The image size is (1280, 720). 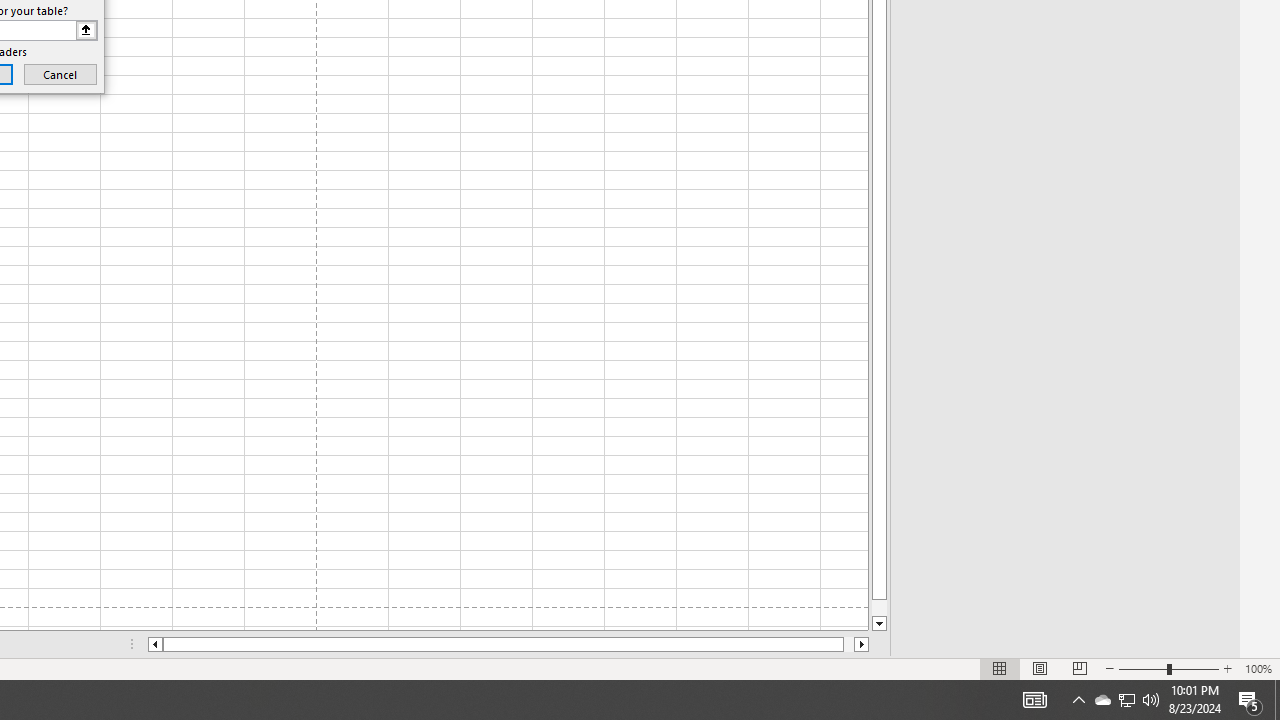 I want to click on 'Zoom In', so click(x=1226, y=669).